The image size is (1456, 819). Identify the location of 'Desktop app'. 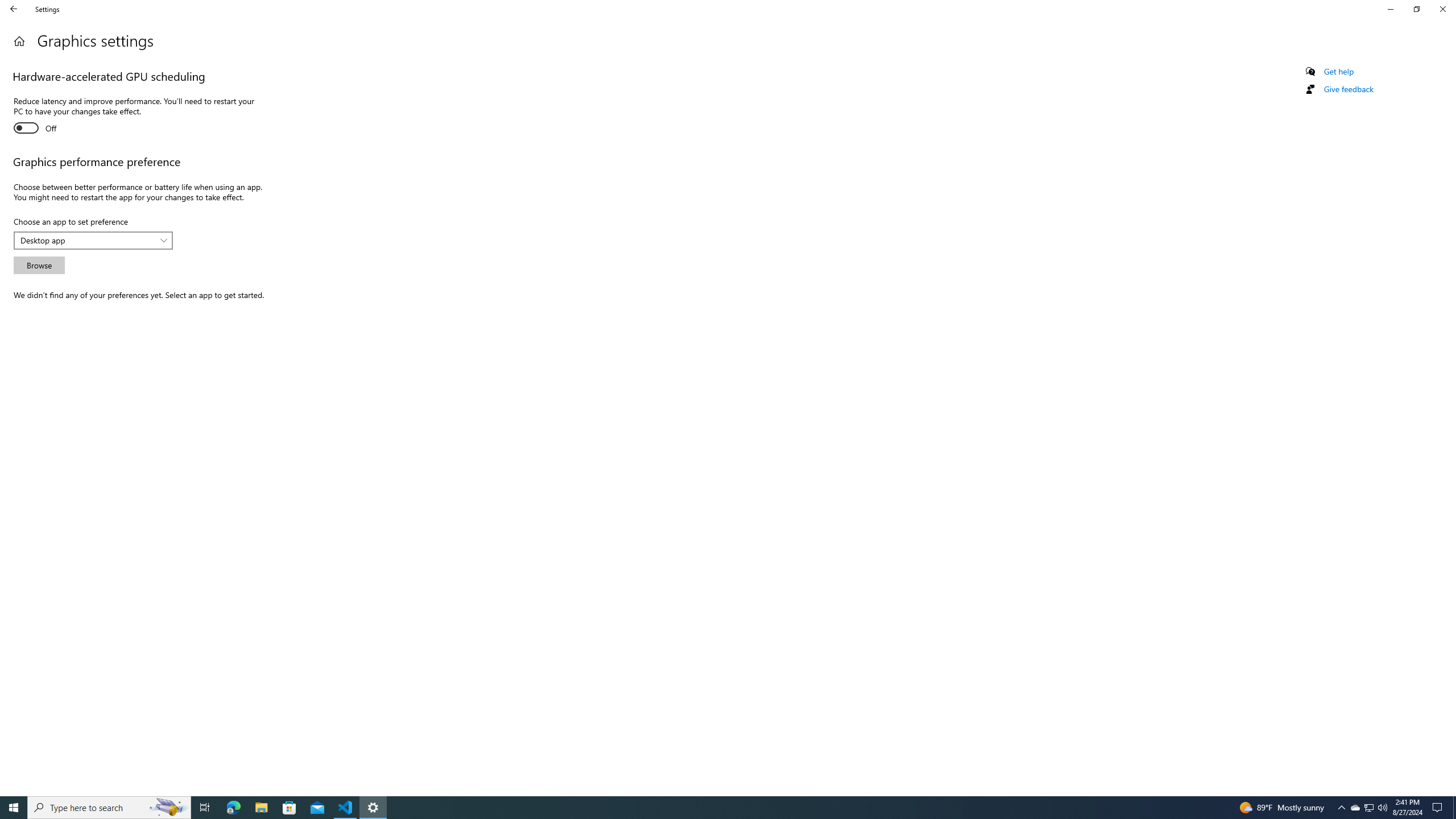
(86, 239).